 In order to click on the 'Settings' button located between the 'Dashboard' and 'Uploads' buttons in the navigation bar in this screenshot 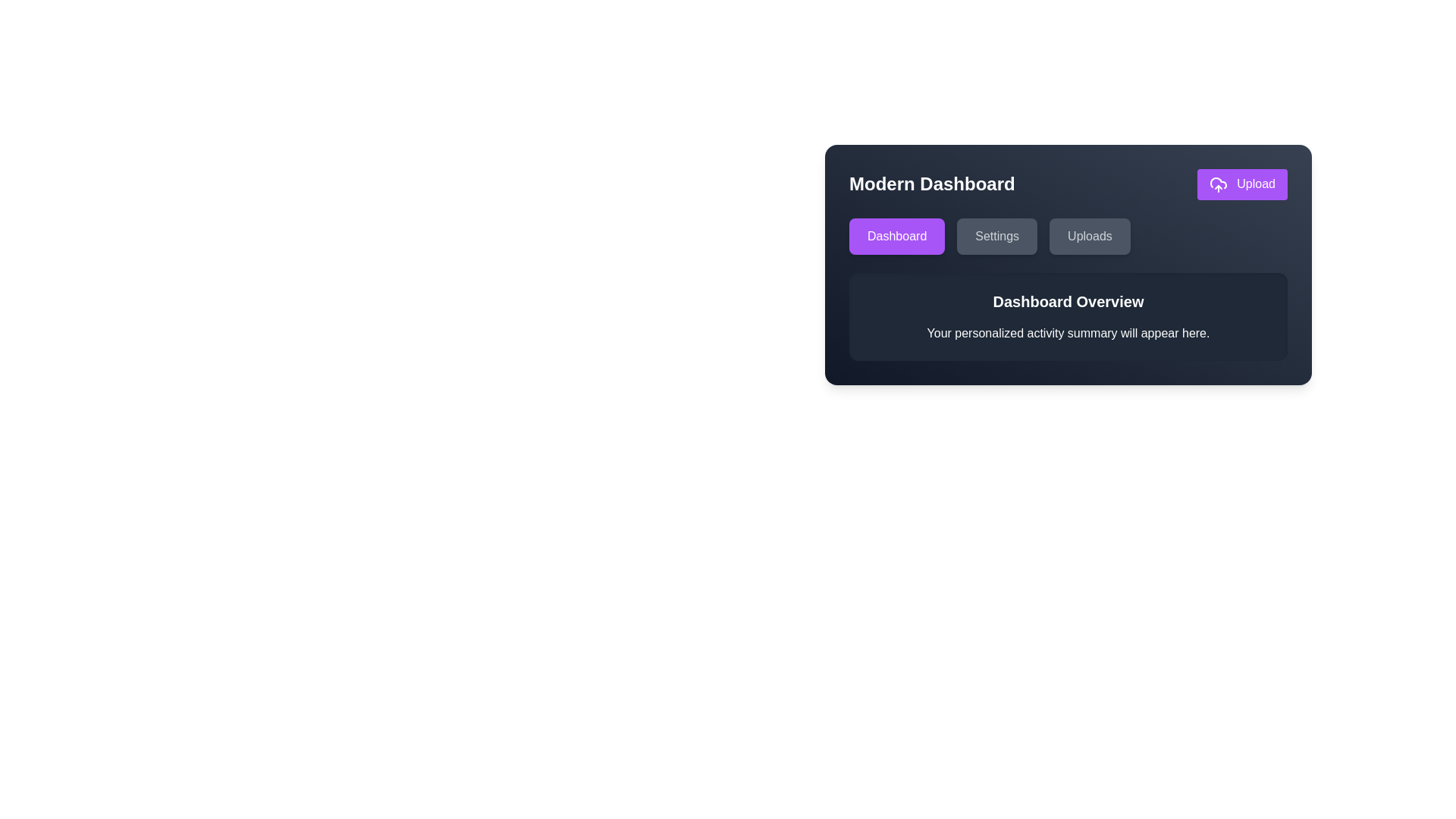, I will do `click(997, 236)`.